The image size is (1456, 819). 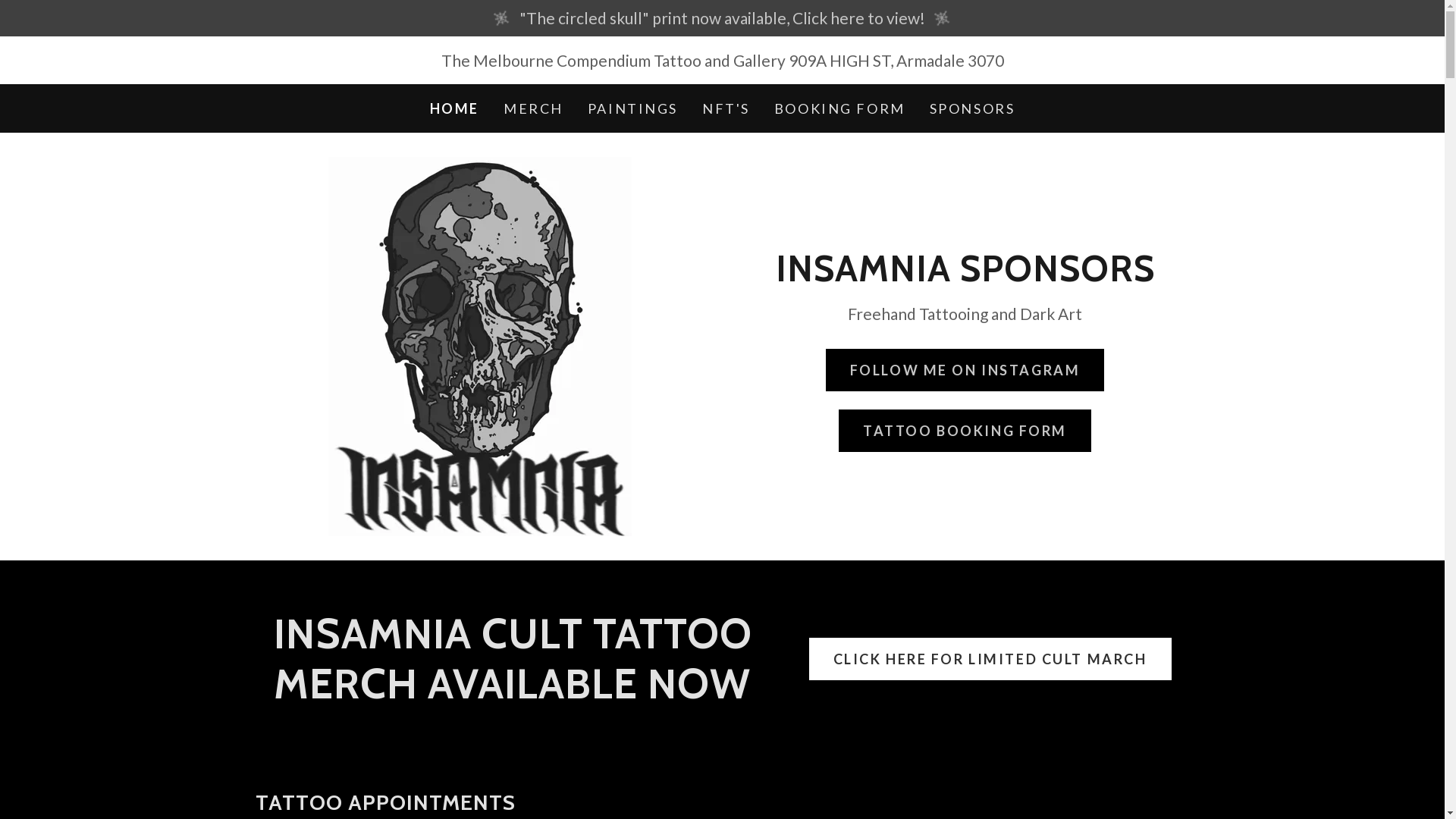 What do you see at coordinates (697, 107) in the screenshot?
I see `'NFT'S'` at bounding box center [697, 107].